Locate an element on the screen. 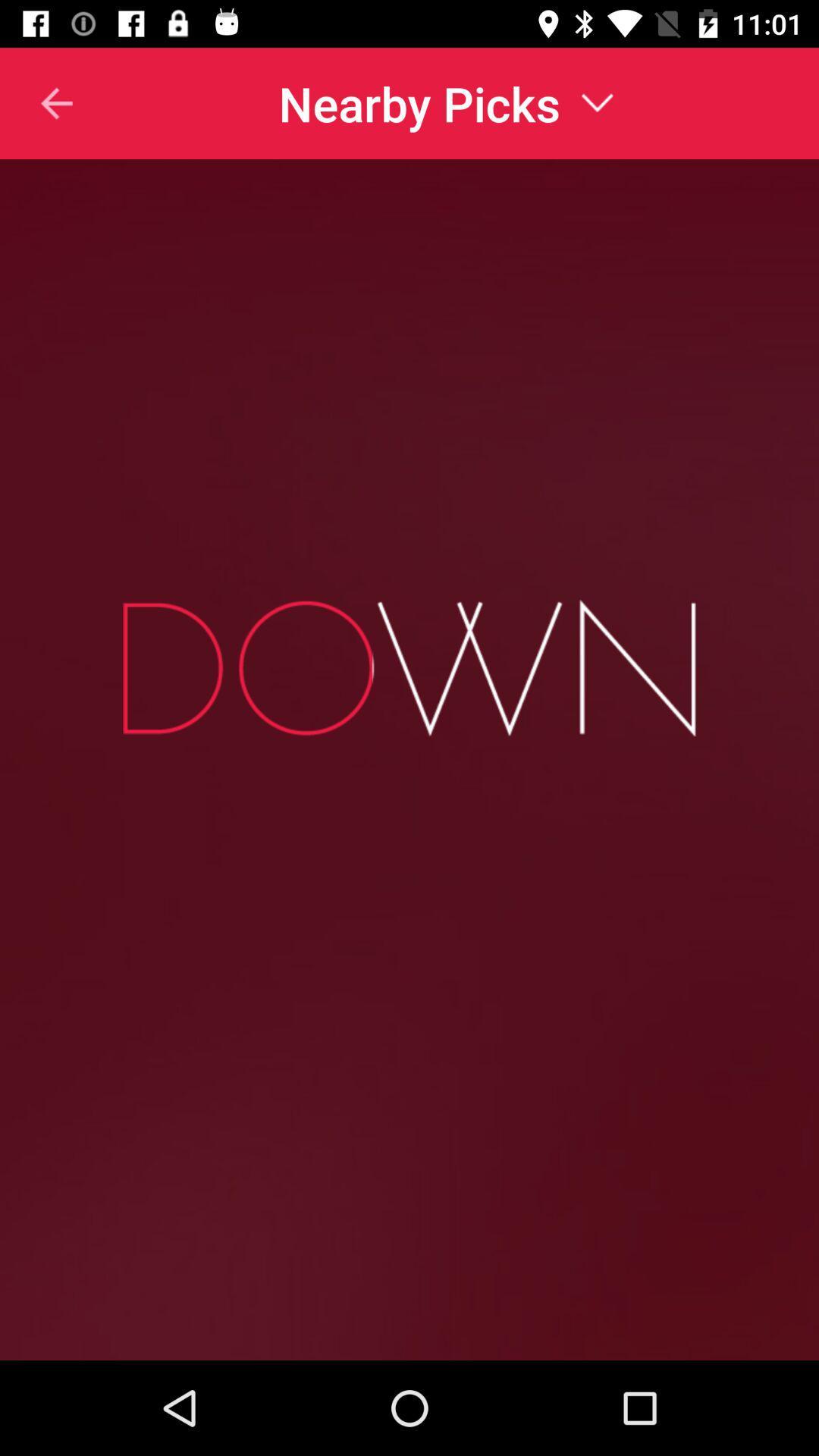  nearby picks item is located at coordinates (446, 102).